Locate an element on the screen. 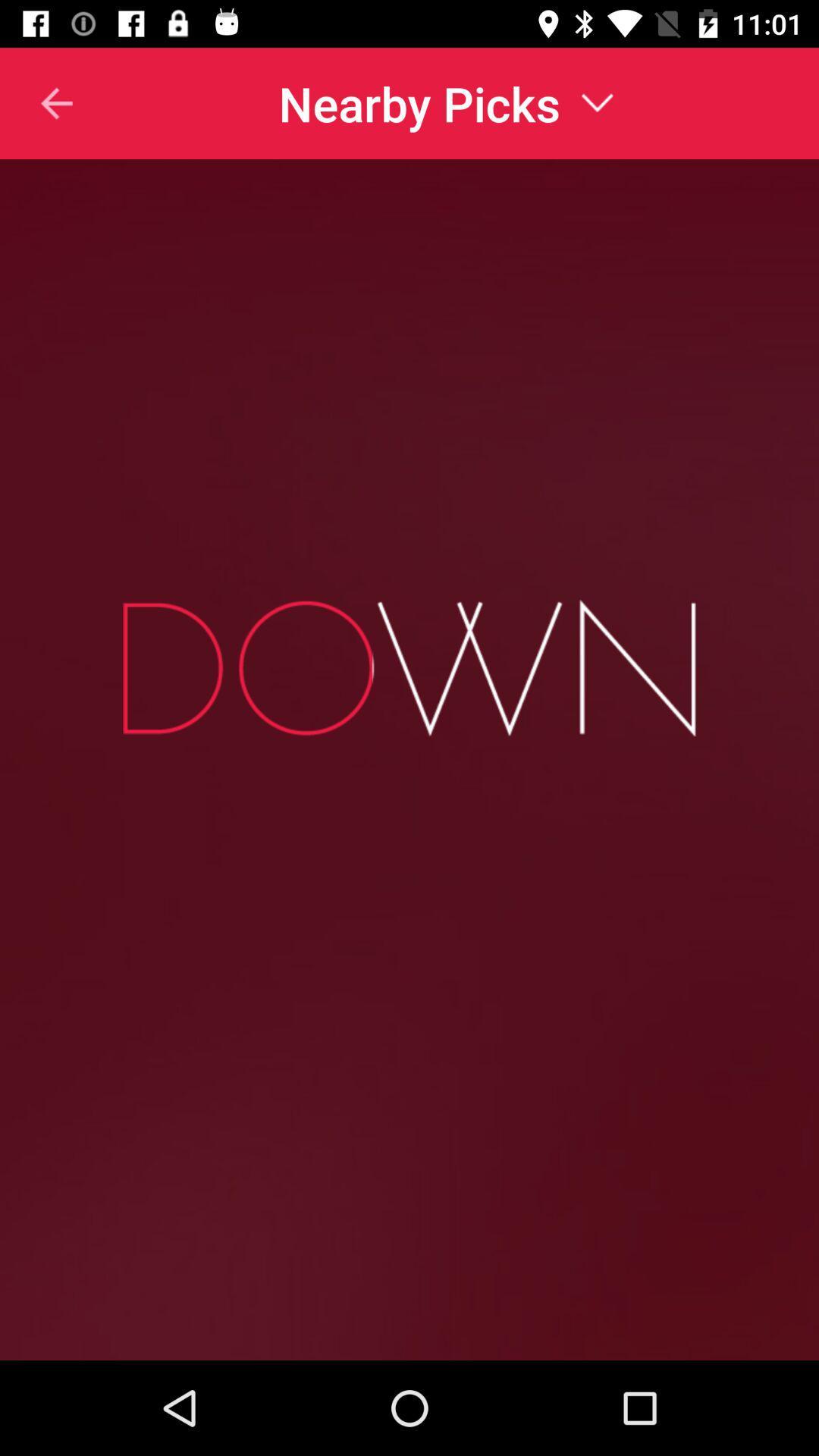  nearby picks item is located at coordinates (446, 102).